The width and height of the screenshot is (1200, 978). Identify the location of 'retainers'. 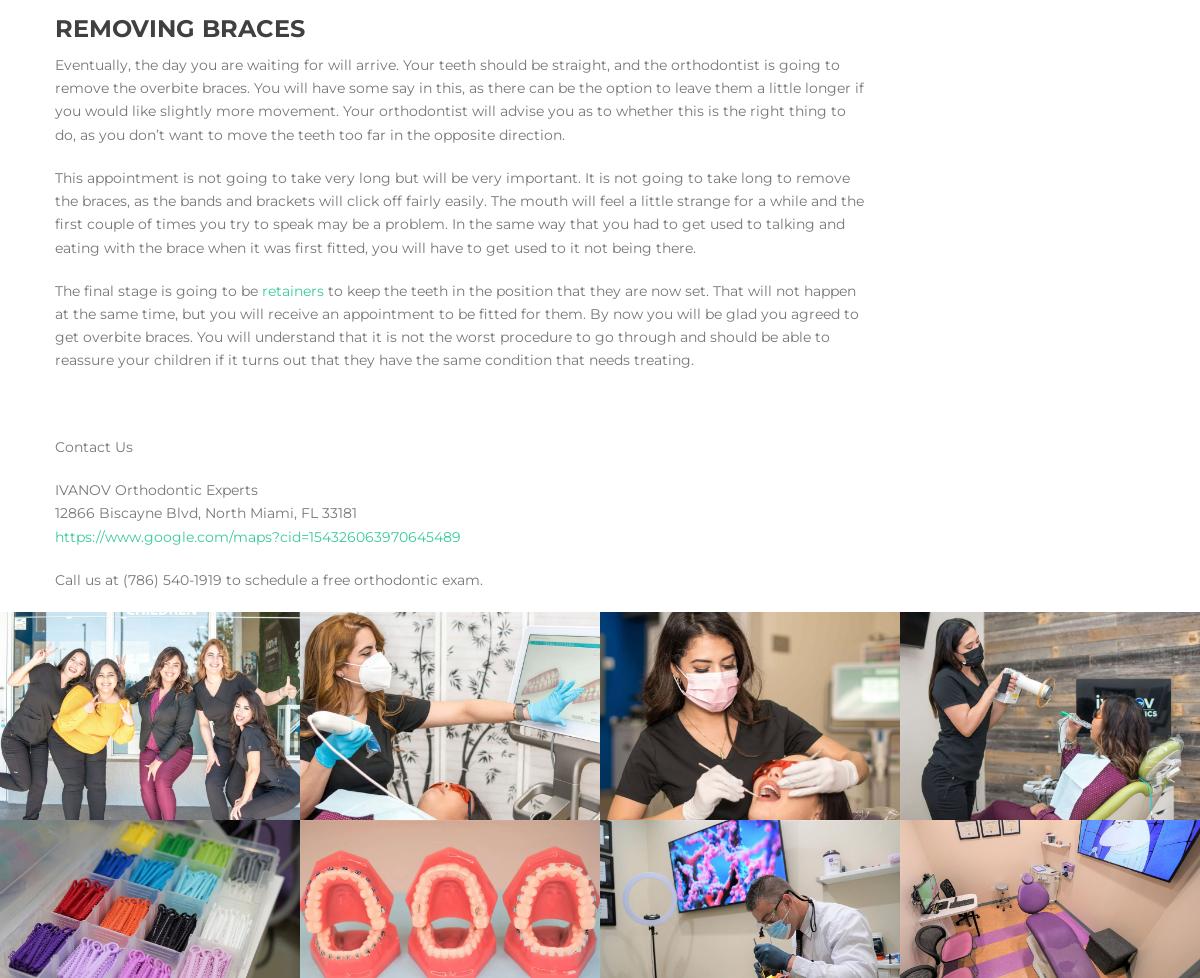
(292, 288).